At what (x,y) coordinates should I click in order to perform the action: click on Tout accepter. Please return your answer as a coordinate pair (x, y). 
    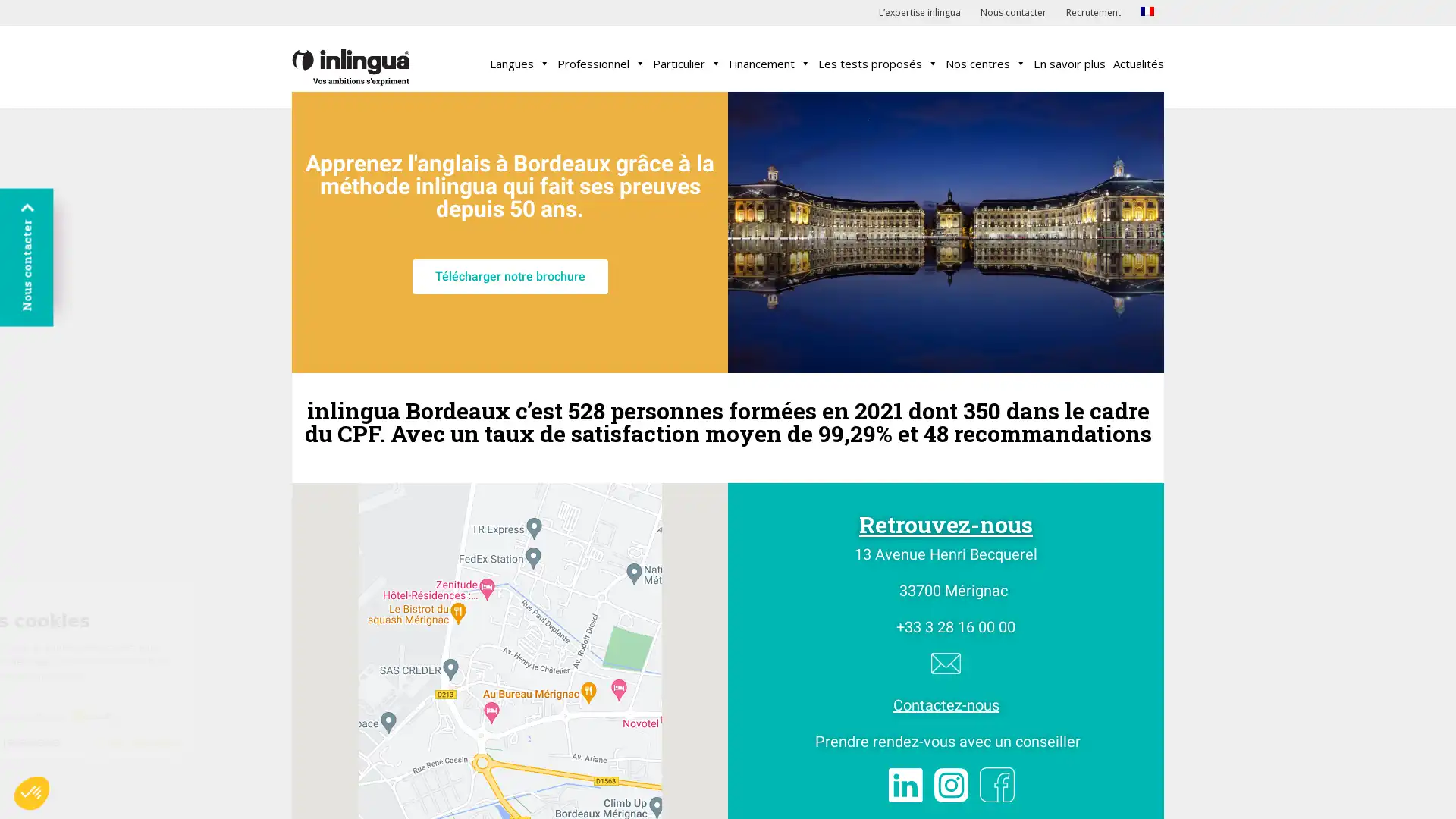
    Looking at the image, I should click on (280, 742).